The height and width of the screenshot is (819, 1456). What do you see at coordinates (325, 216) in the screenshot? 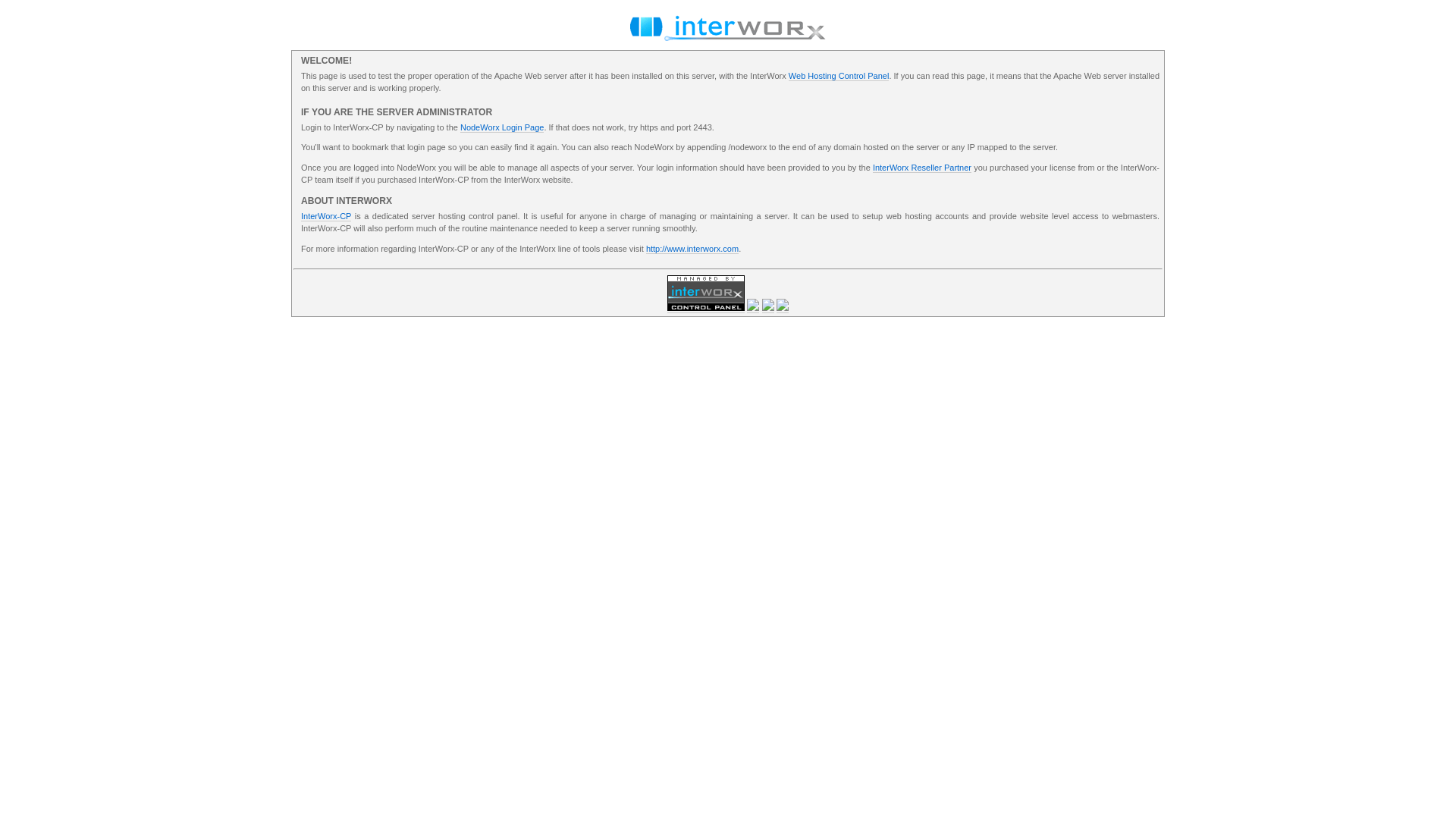
I see `'InterWorx-CP'` at bounding box center [325, 216].